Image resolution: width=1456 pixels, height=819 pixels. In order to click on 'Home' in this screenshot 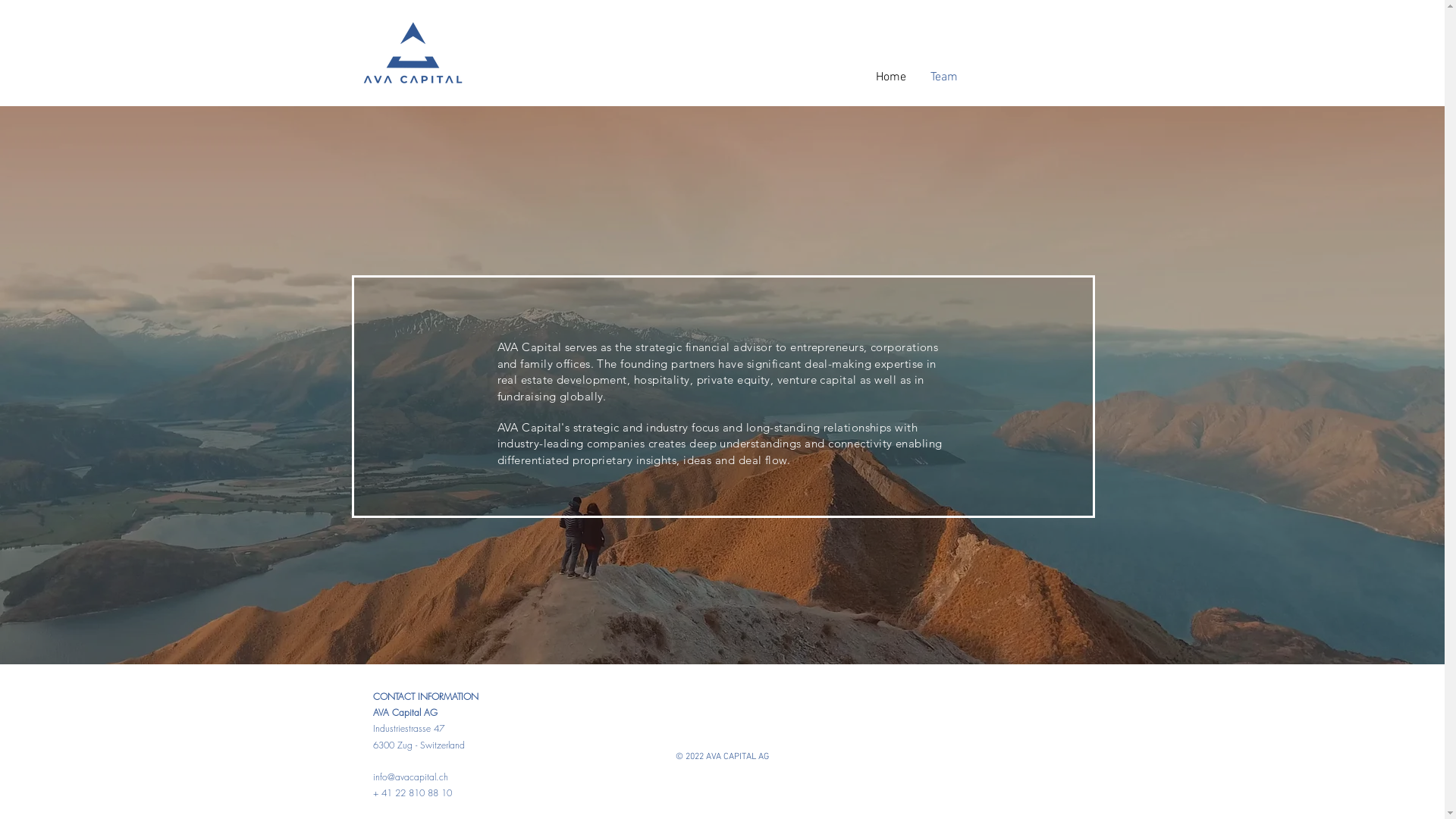, I will do `click(891, 77)`.